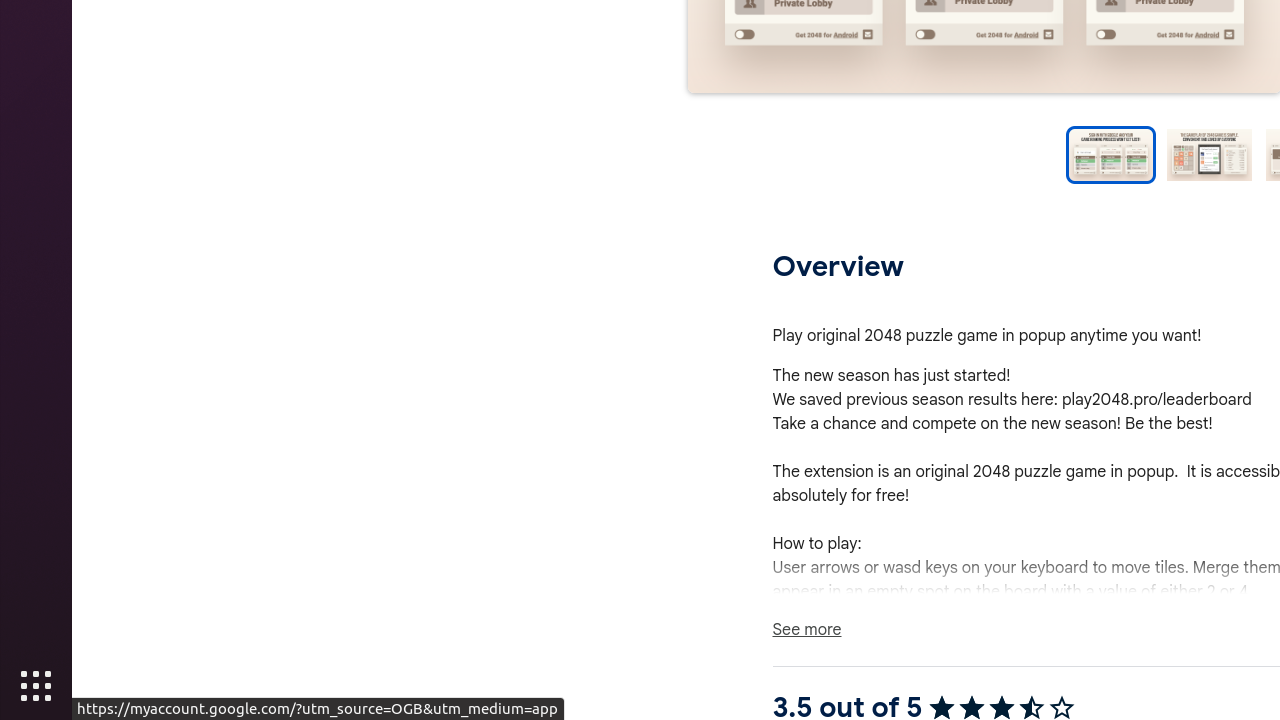  I want to click on 'Show Applications', so click(35, 685).